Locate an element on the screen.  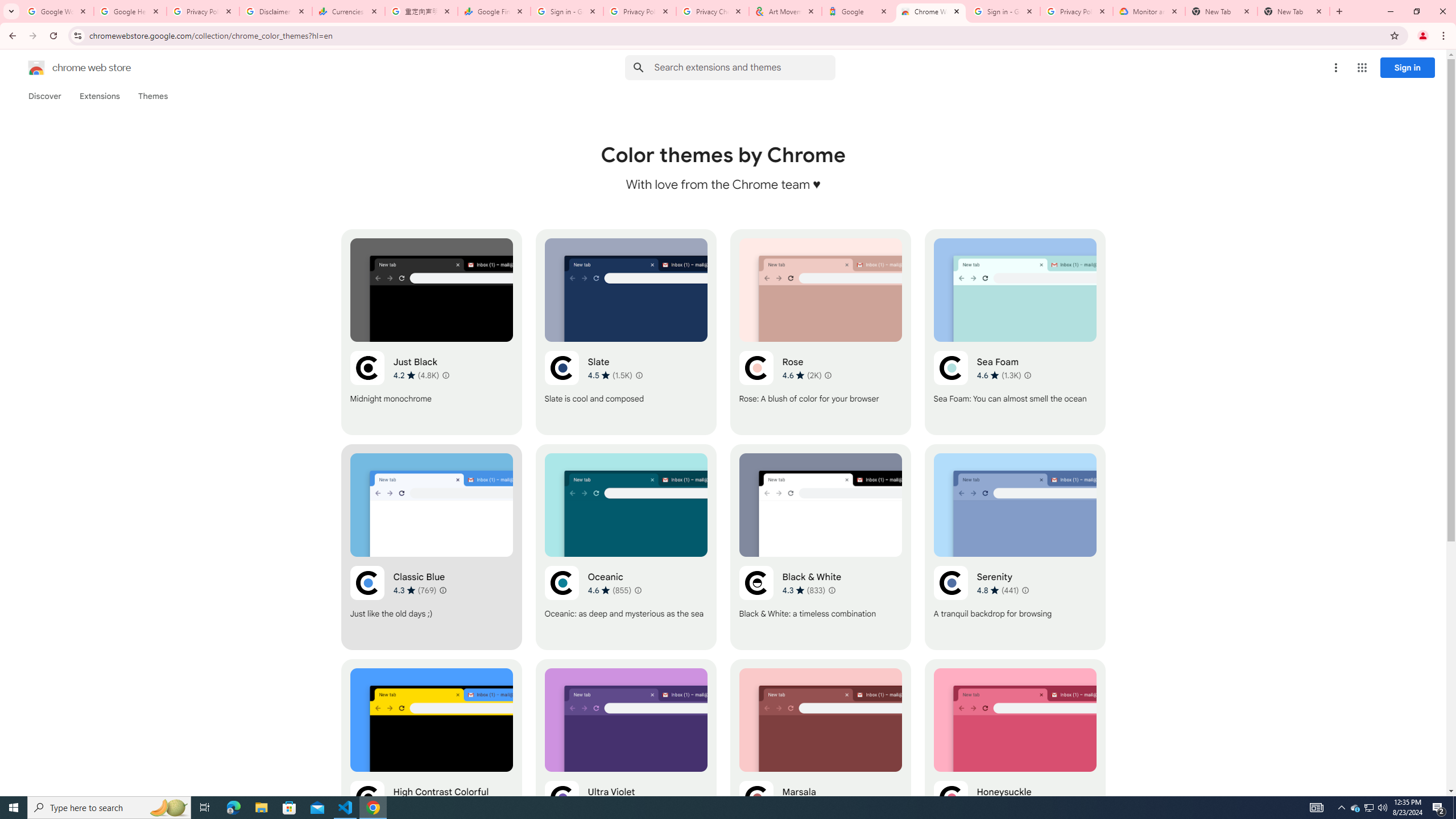
'Serenity' is located at coordinates (1015, 547).